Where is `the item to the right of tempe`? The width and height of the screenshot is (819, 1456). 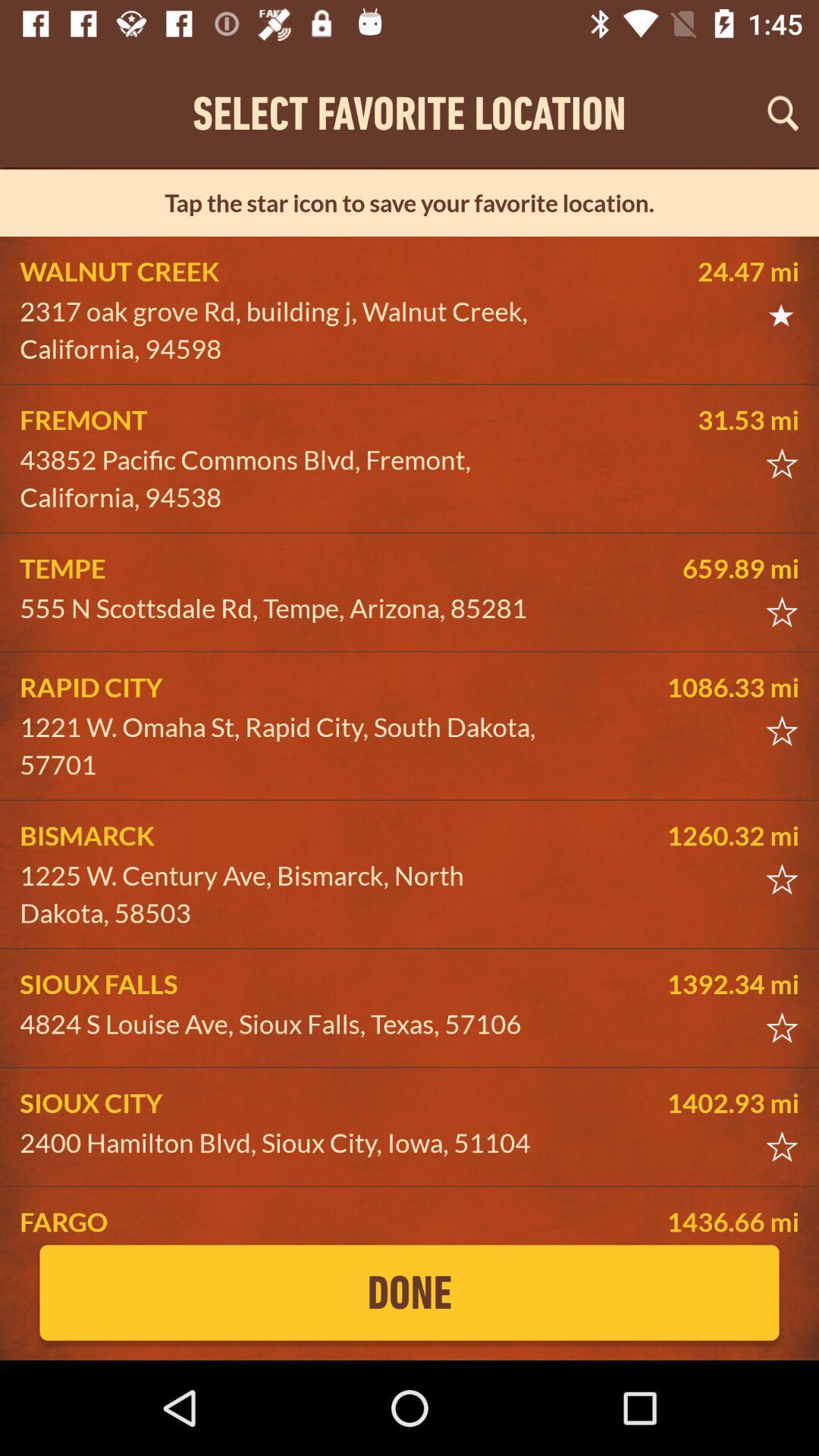
the item to the right of tempe is located at coordinates (685, 567).